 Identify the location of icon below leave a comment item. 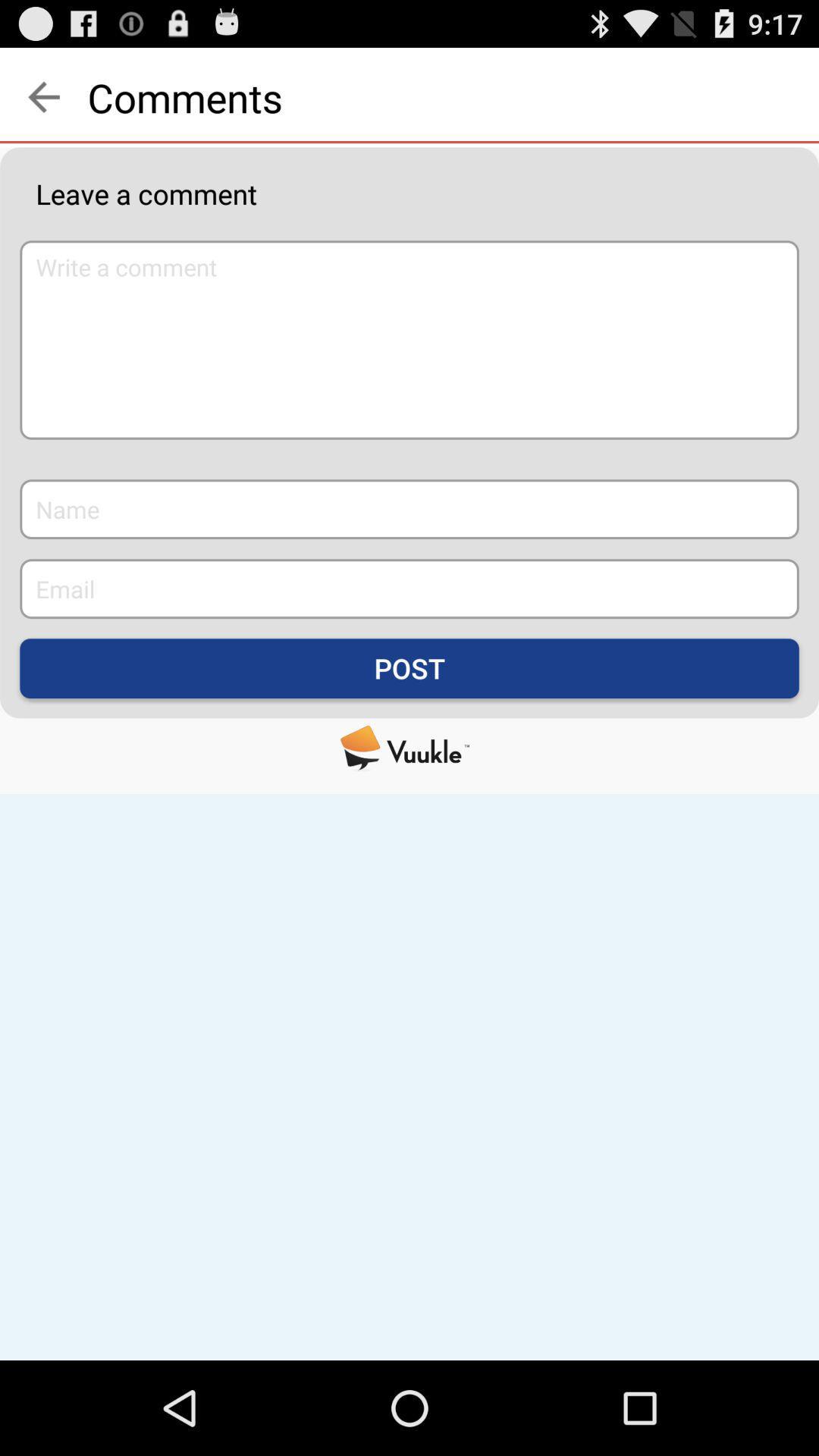
(409, 339).